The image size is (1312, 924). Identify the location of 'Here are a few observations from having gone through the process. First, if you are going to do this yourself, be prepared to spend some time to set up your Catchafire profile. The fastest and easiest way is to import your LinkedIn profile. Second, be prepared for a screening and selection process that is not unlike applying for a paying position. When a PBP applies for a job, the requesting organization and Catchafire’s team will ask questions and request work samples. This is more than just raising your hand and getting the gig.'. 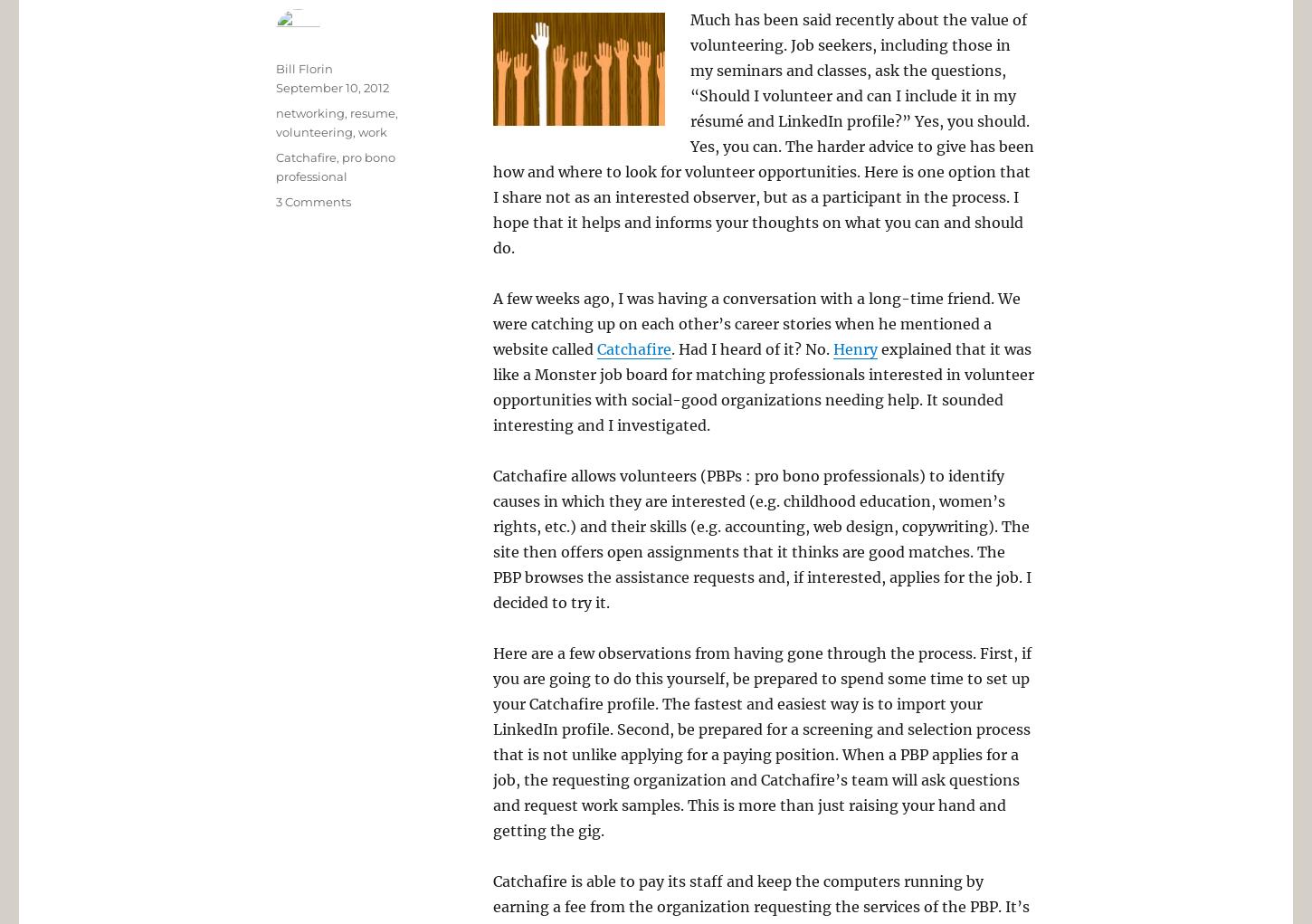
(762, 740).